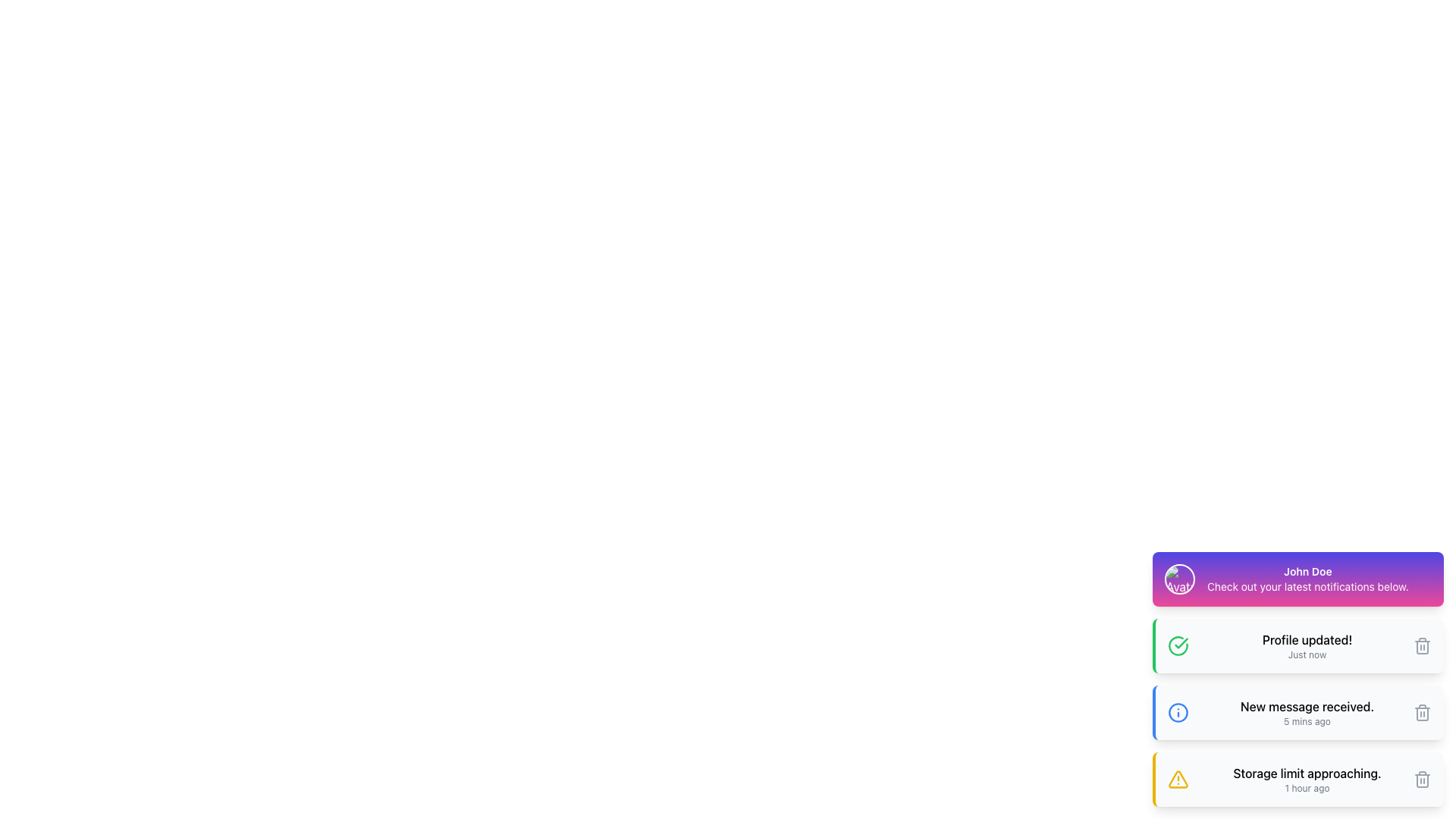  I want to click on the delete button located at the middle-right corner of the notification card labeled 'New message received. 5 mins ago' to change its color, so click(1422, 713).